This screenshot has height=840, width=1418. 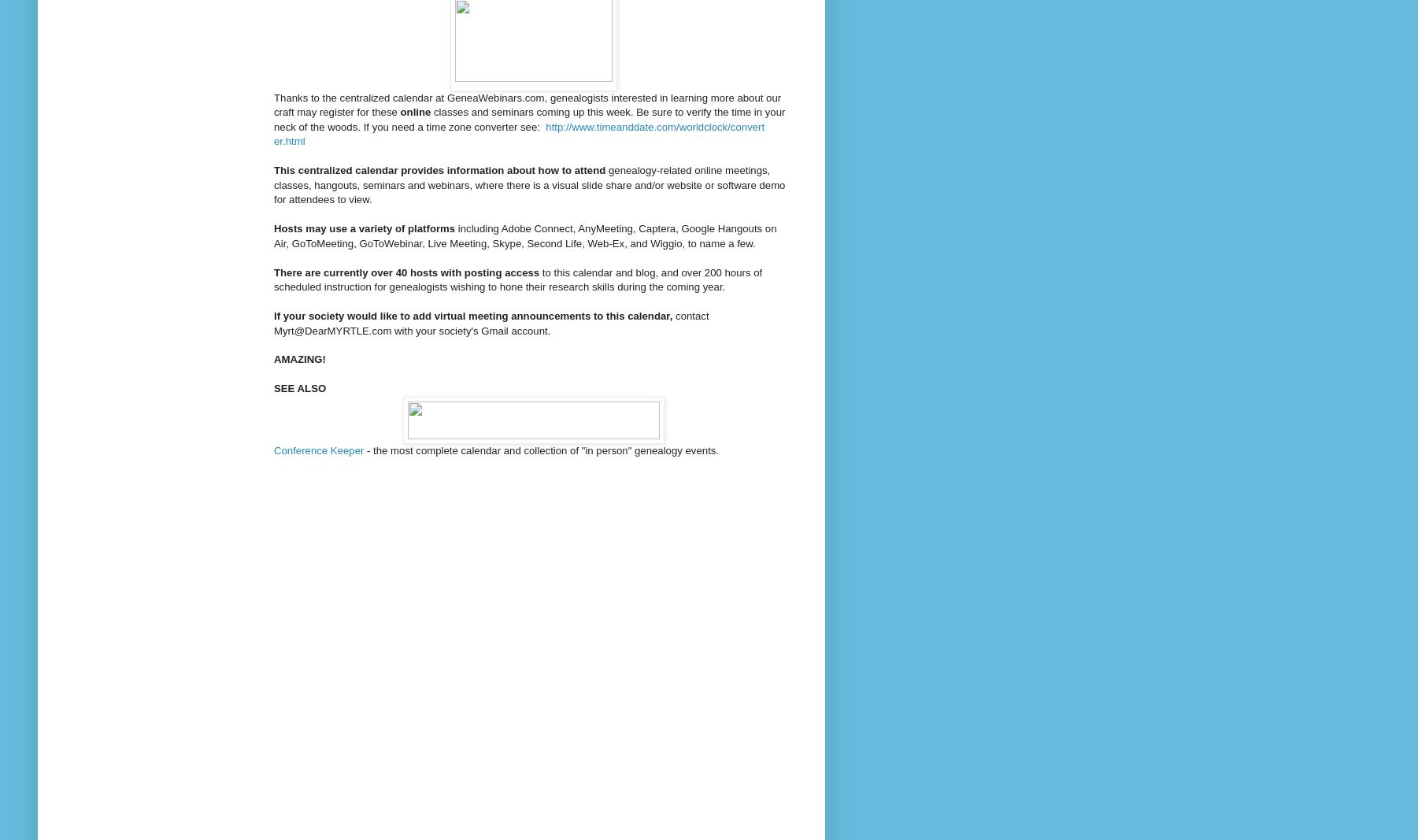 What do you see at coordinates (273, 272) in the screenshot?
I see `'There are currently over 40 hosts with posting access'` at bounding box center [273, 272].